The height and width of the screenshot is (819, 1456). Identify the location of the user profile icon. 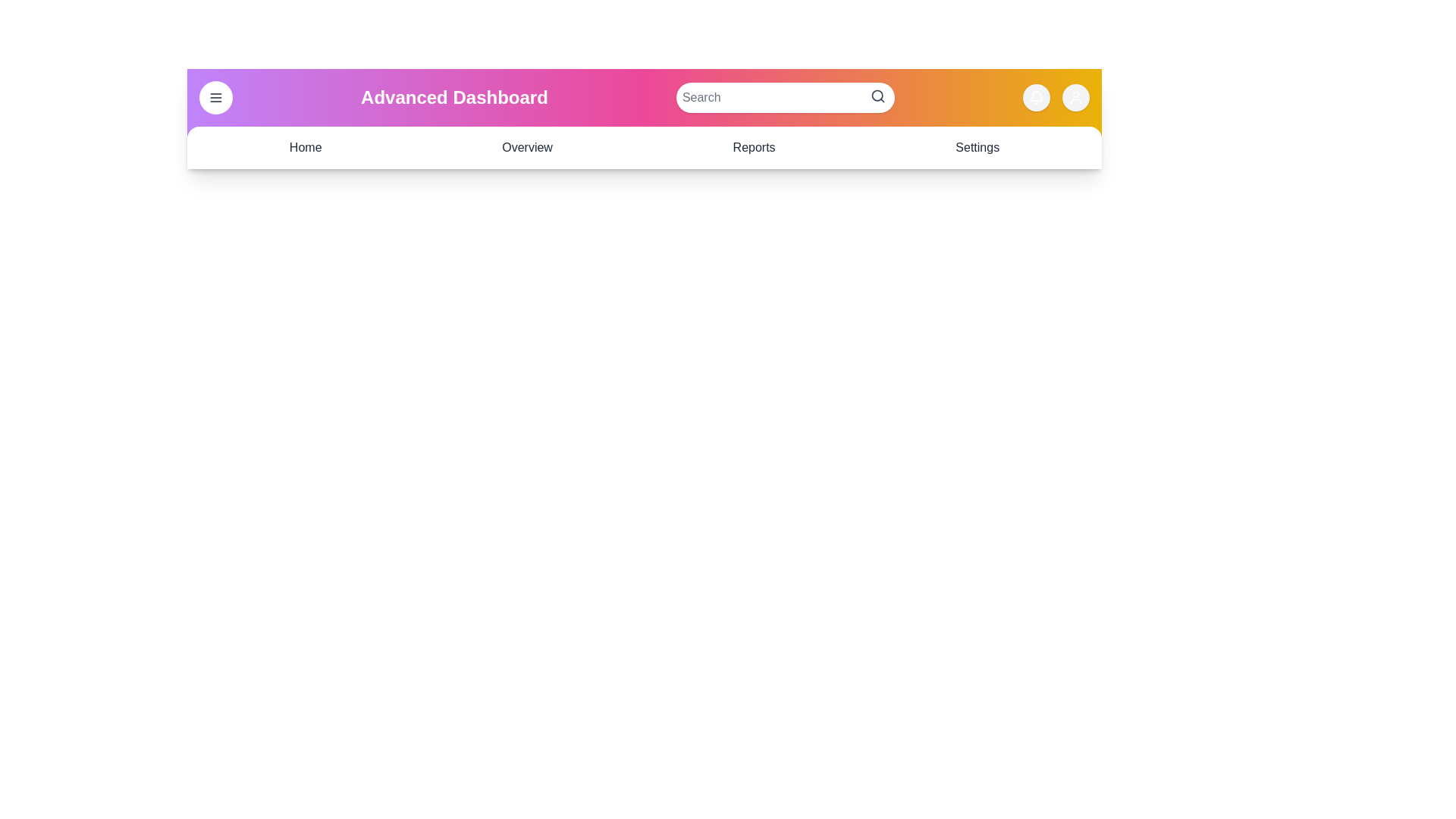
(1075, 97).